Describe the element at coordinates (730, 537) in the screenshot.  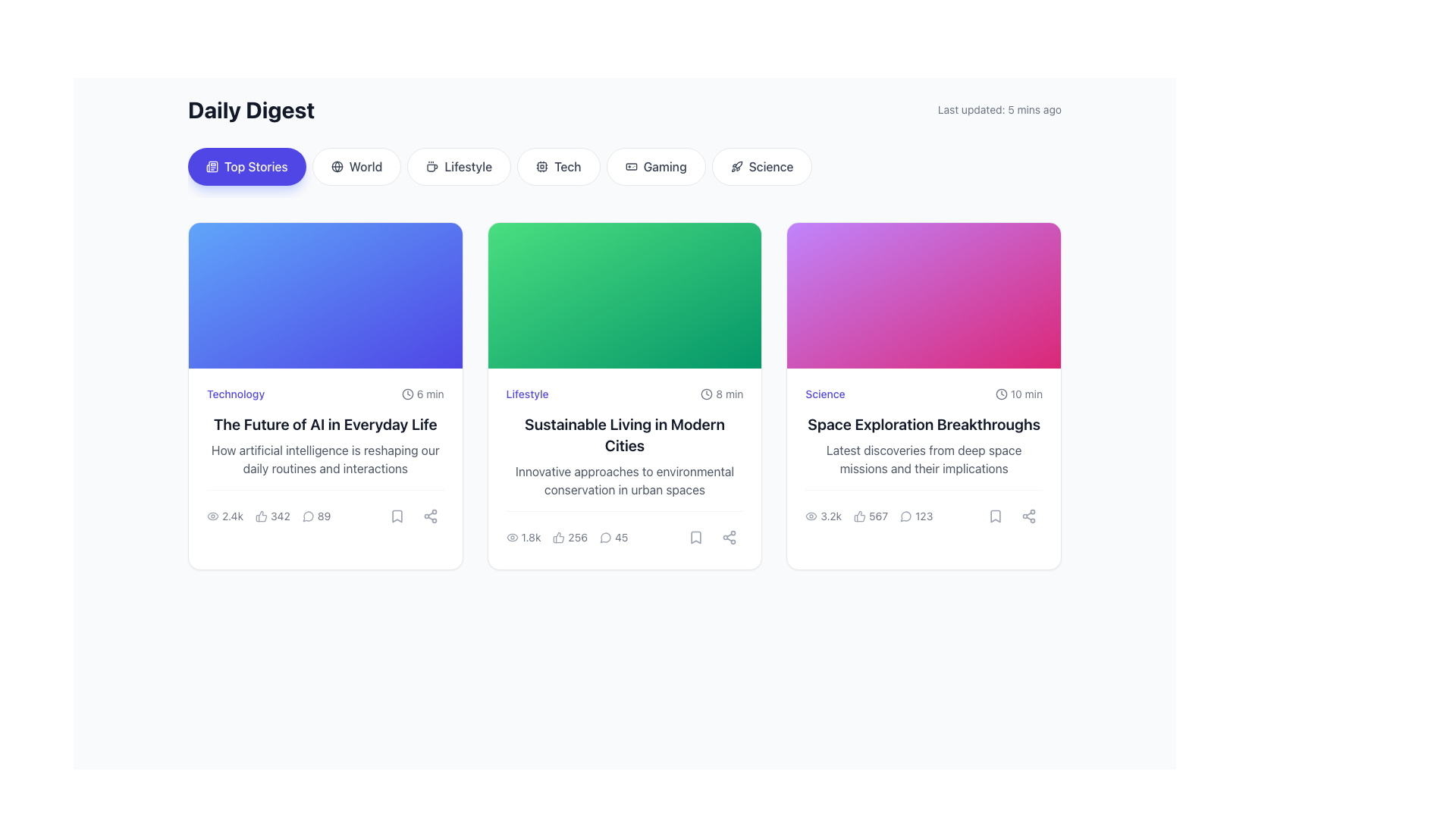
I see `the Icon button featuring three circles connected by two lines at the bottom-right corner of the third card` at that location.